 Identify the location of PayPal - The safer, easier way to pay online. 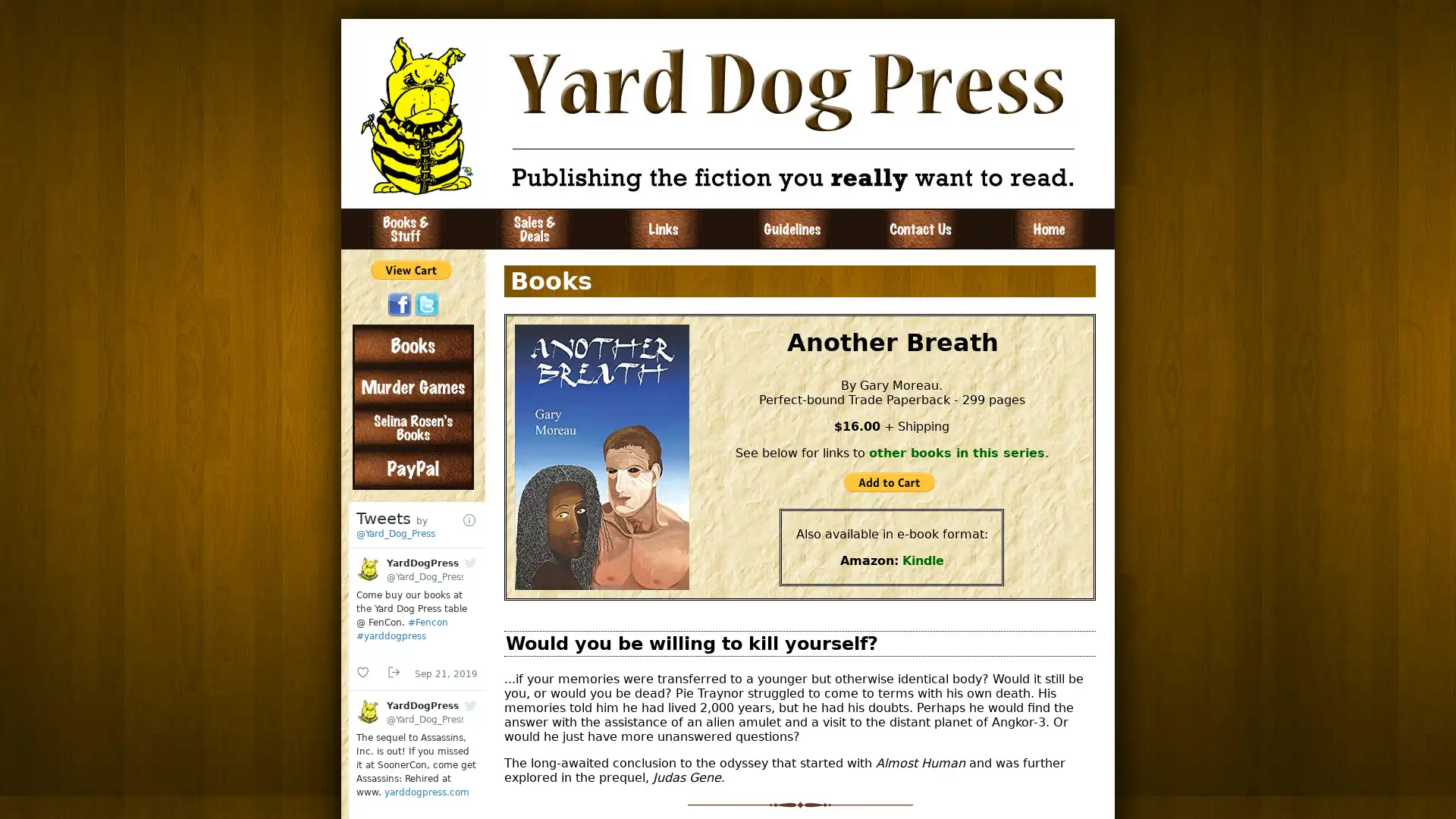
(411, 268).